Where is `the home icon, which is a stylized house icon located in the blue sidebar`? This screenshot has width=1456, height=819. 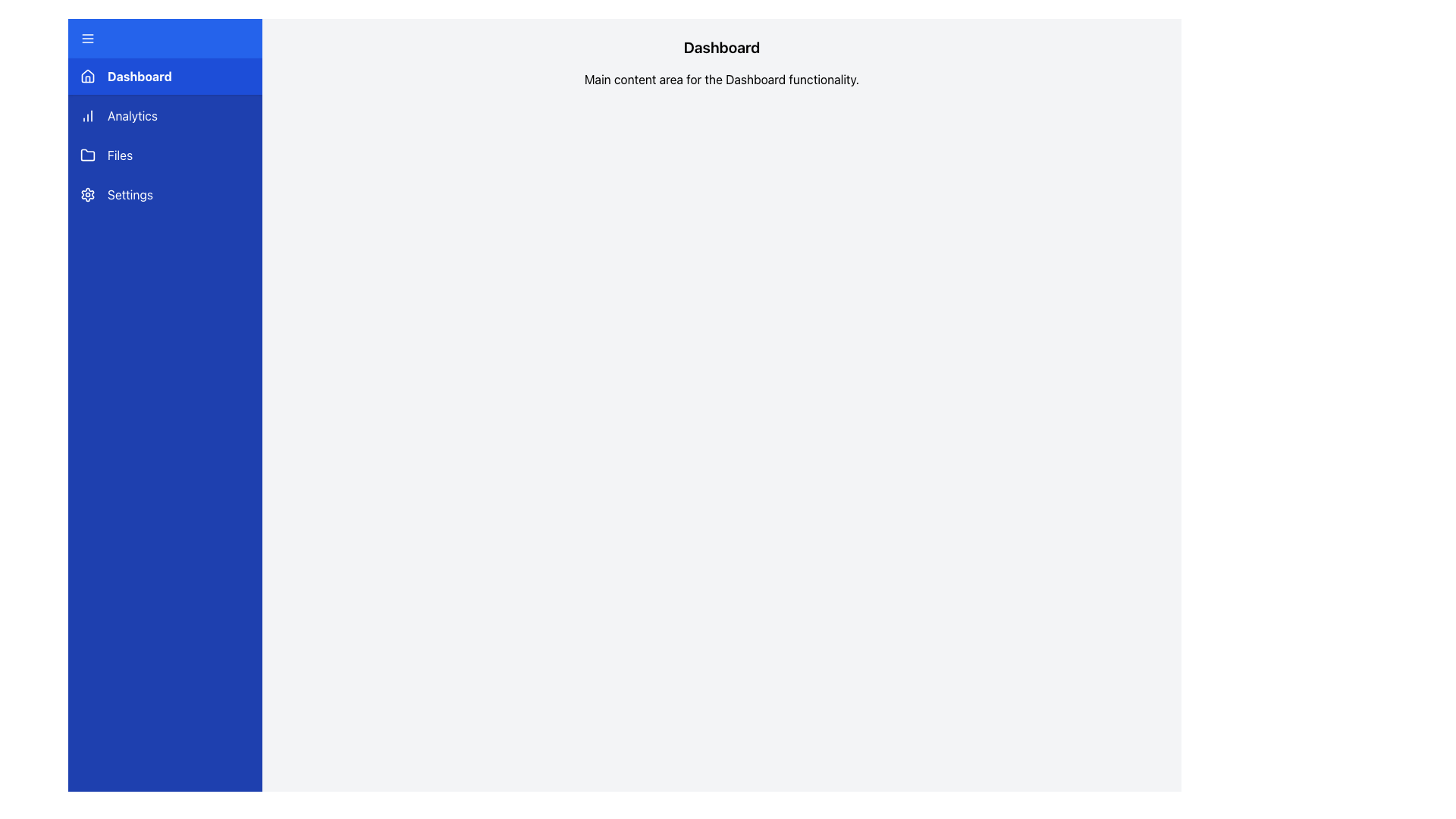
the home icon, which is a stylized house icon located in the blue sidebar is located at coordinates (86, 76).